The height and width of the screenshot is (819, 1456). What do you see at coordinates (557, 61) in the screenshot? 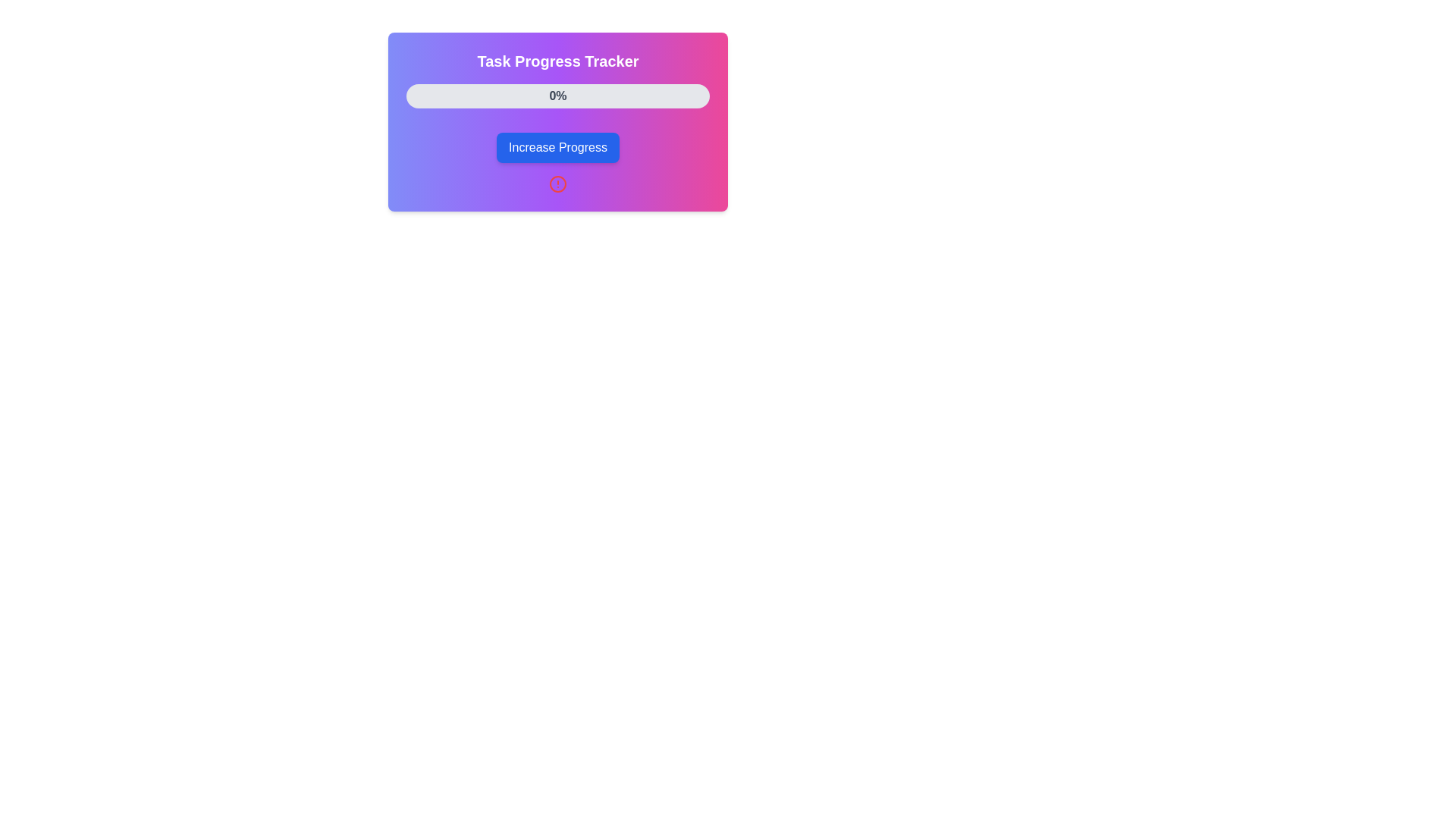
I see `the Text Label at the top of the interface that describes the purpose of tracking task progress` at bounding box center [557, 61].